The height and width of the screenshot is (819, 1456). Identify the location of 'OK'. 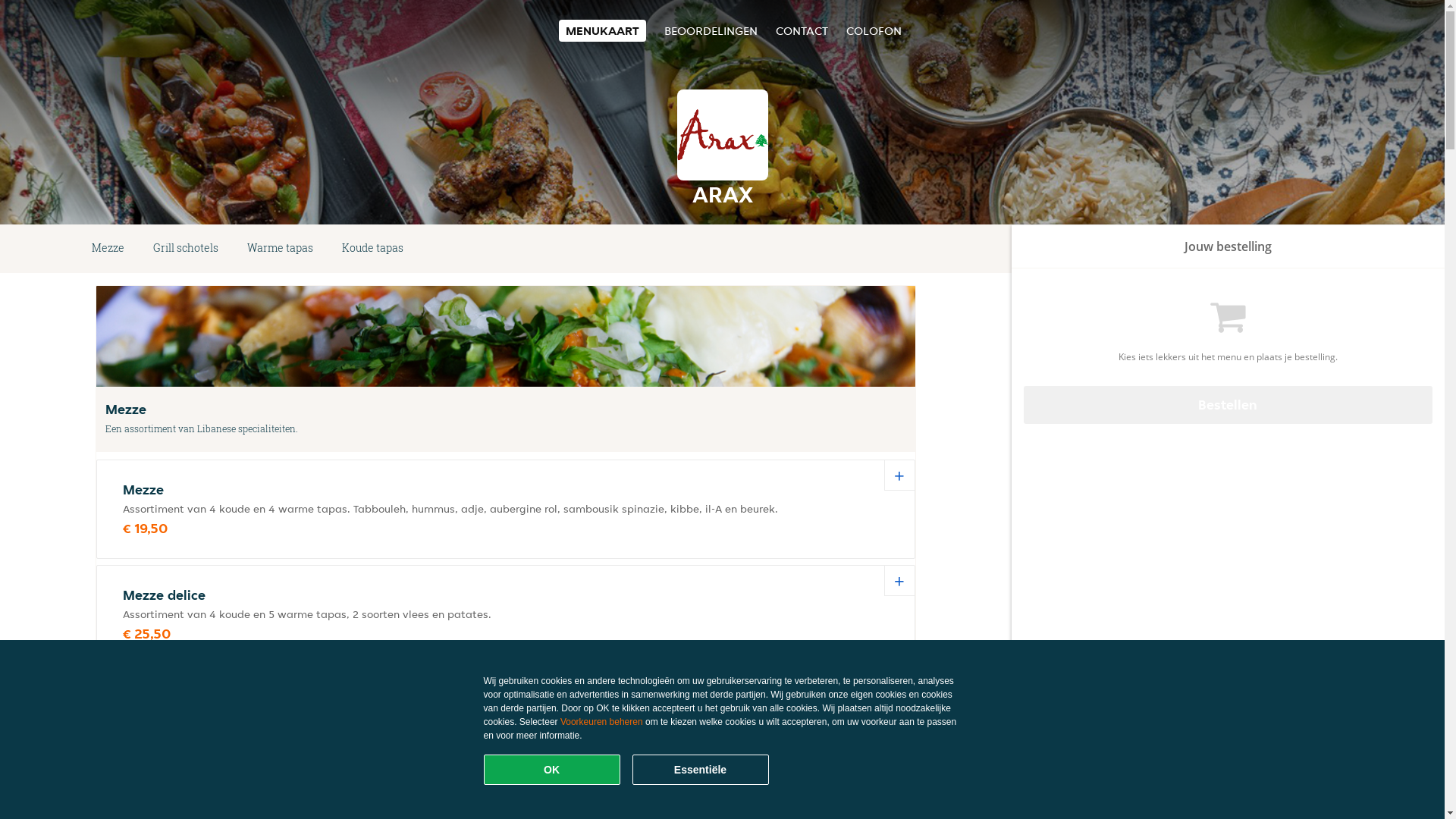
(551, 769).